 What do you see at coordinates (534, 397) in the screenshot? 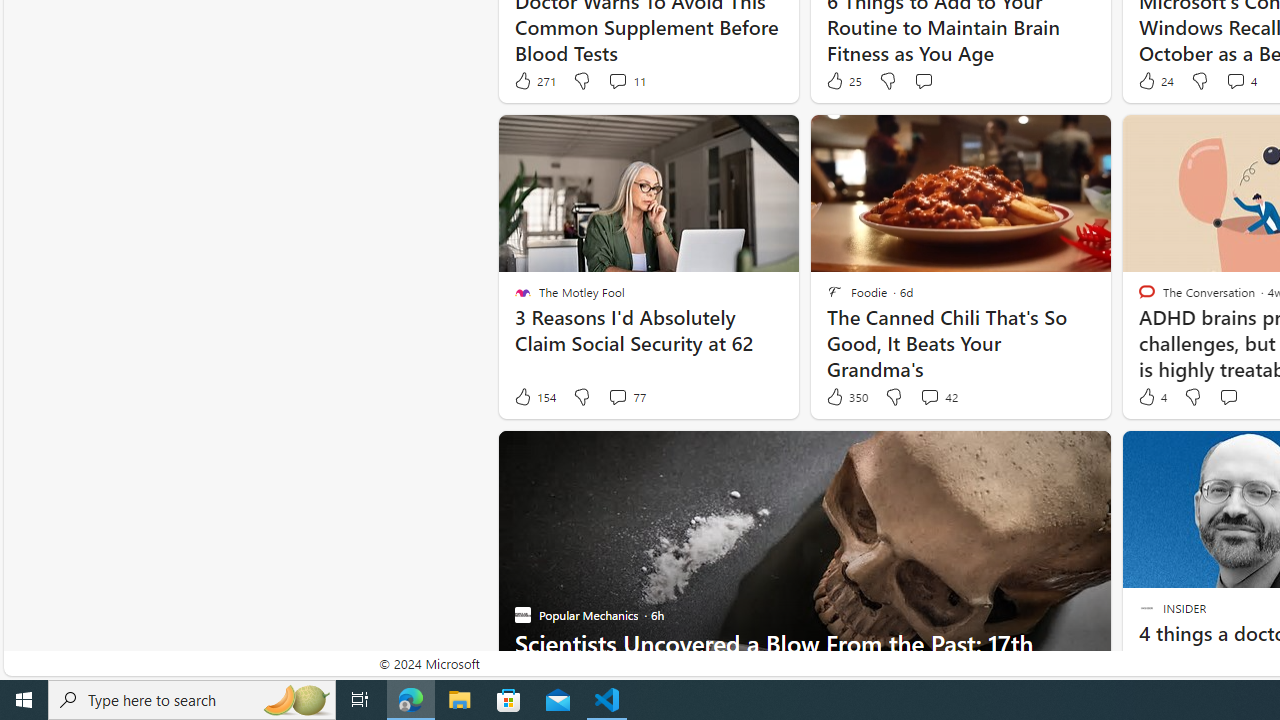
I see `'154 Like'` at bounding box center [534, 397].